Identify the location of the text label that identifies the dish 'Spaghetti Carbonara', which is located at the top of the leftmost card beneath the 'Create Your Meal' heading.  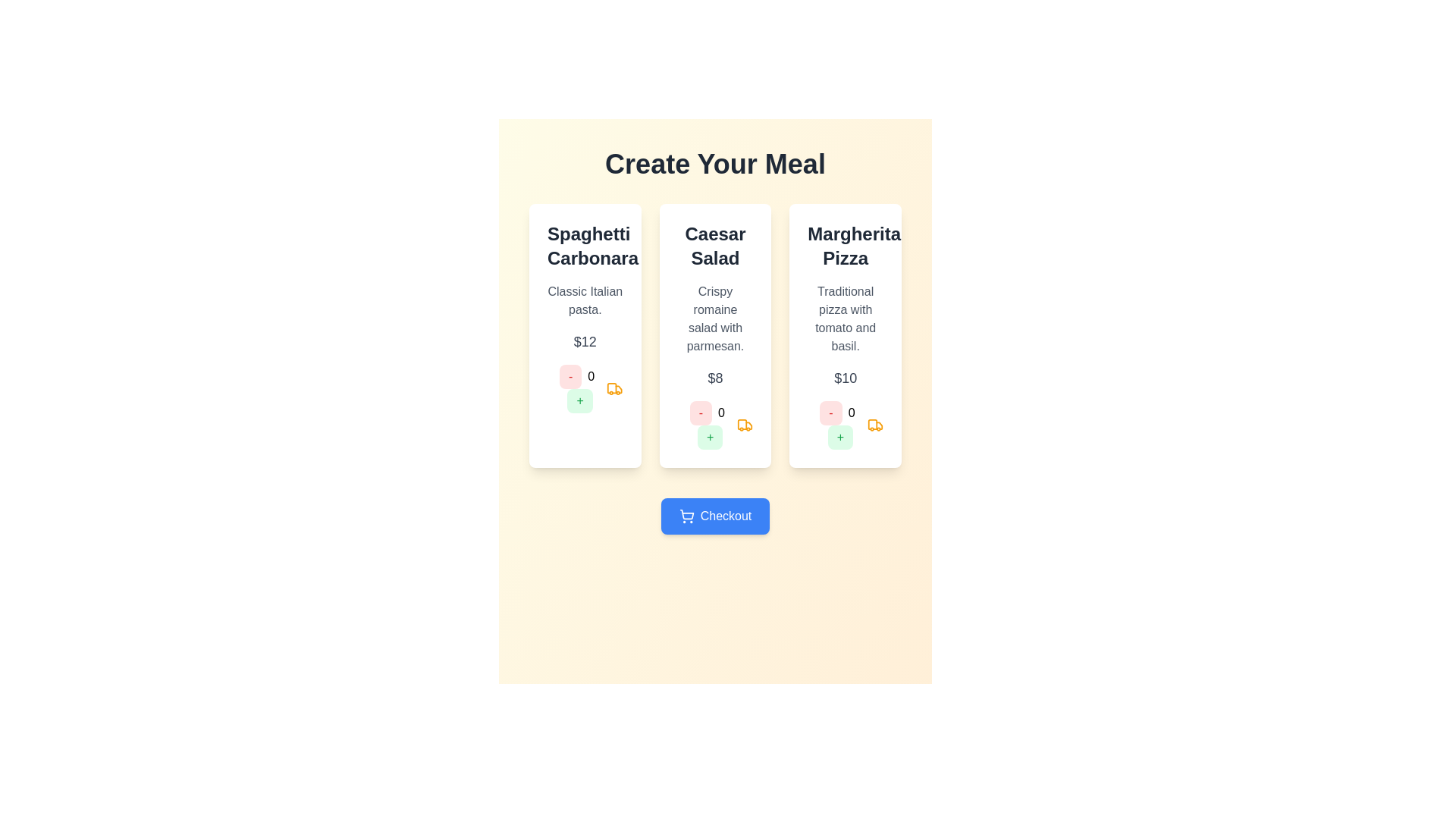
(584, 245).